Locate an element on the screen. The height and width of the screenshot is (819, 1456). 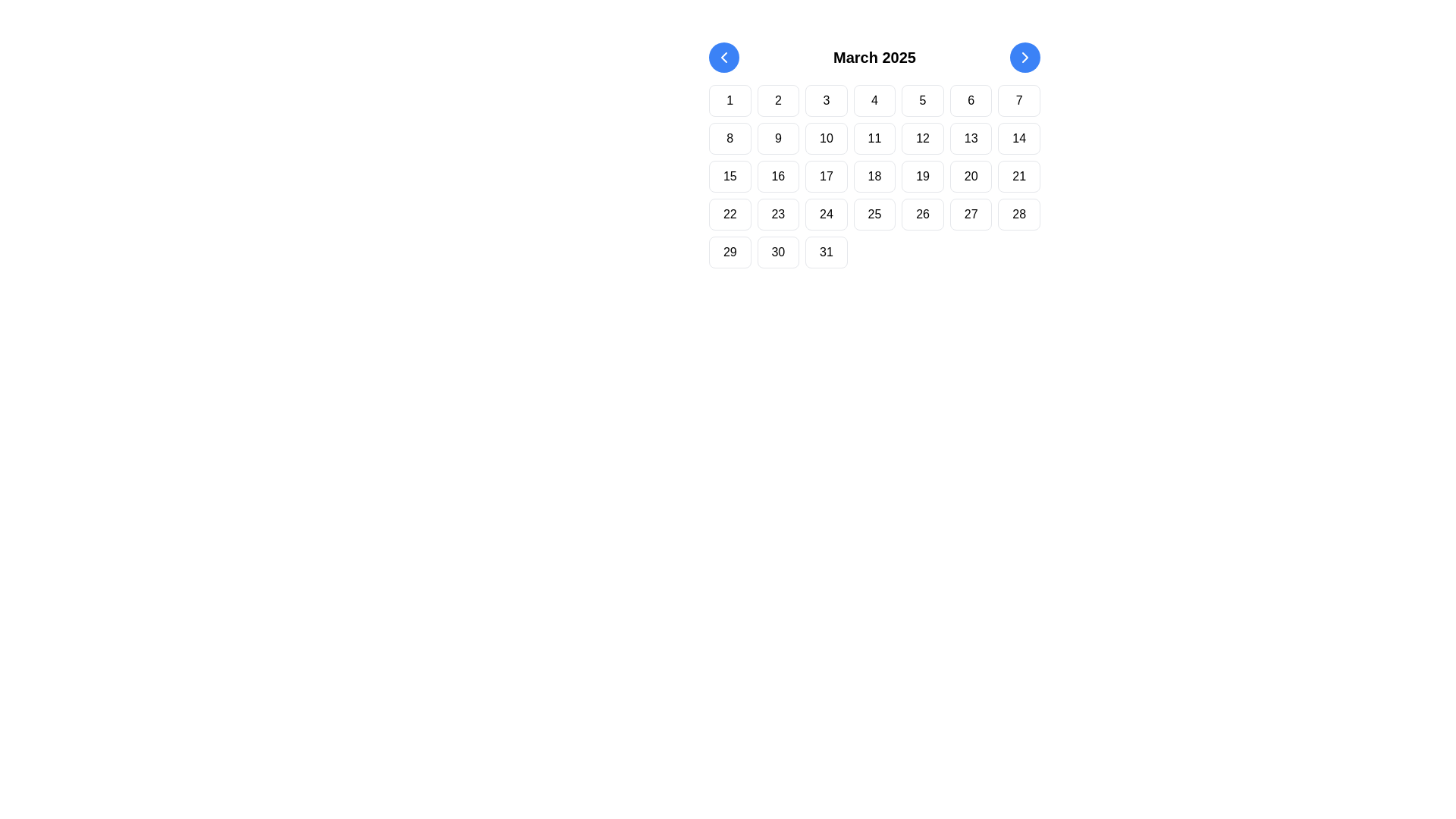
the static text display indicating the 11th day of the calendar, located on the second row and fourth column of the grid layout is located at coordinates (874, 138).